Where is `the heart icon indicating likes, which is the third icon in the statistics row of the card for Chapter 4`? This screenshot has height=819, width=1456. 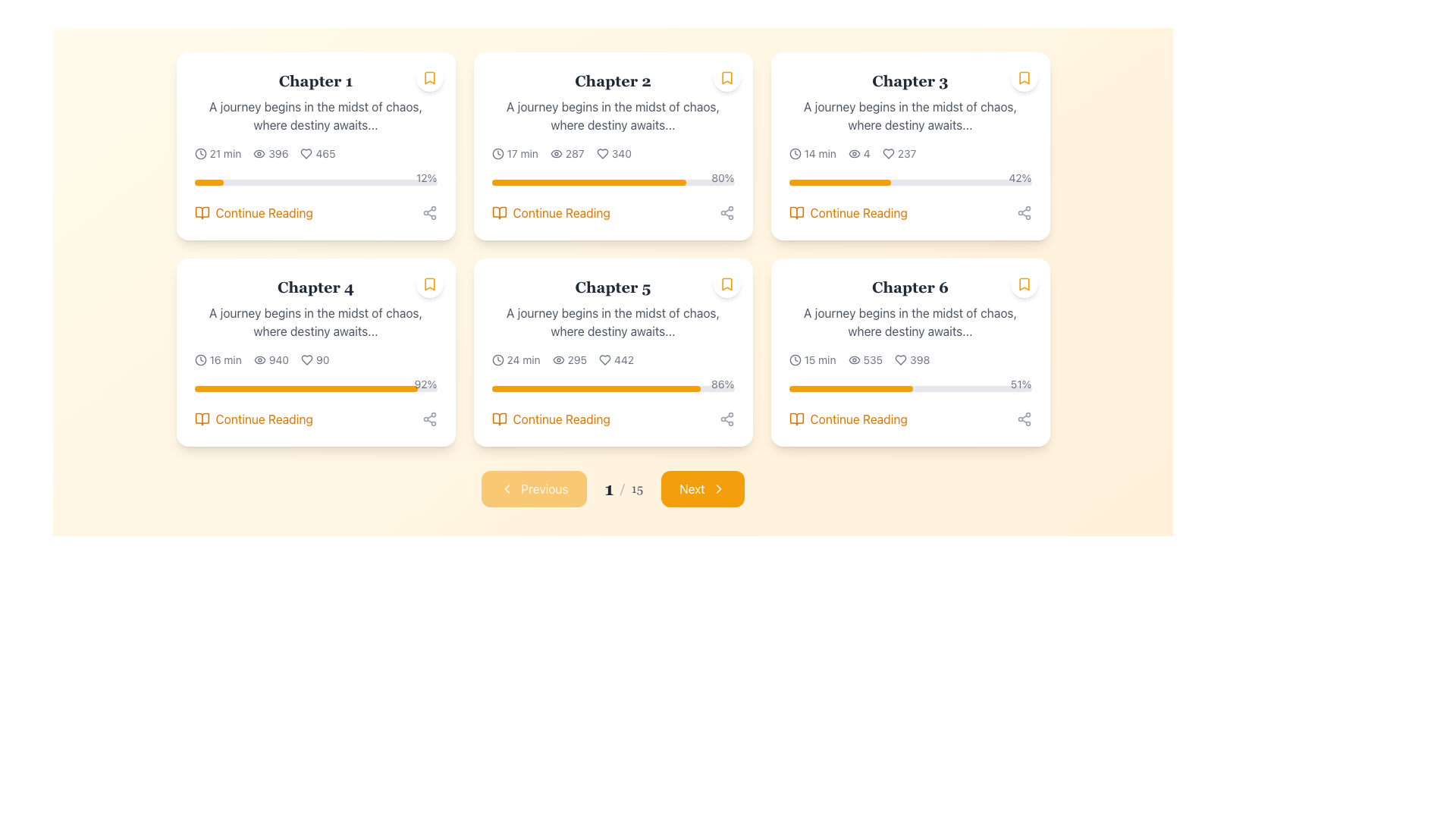
the heart icon indicating likes, which is the third icon in the statistics row of the card for Chapter 4 is located at coordinates (306, 359).